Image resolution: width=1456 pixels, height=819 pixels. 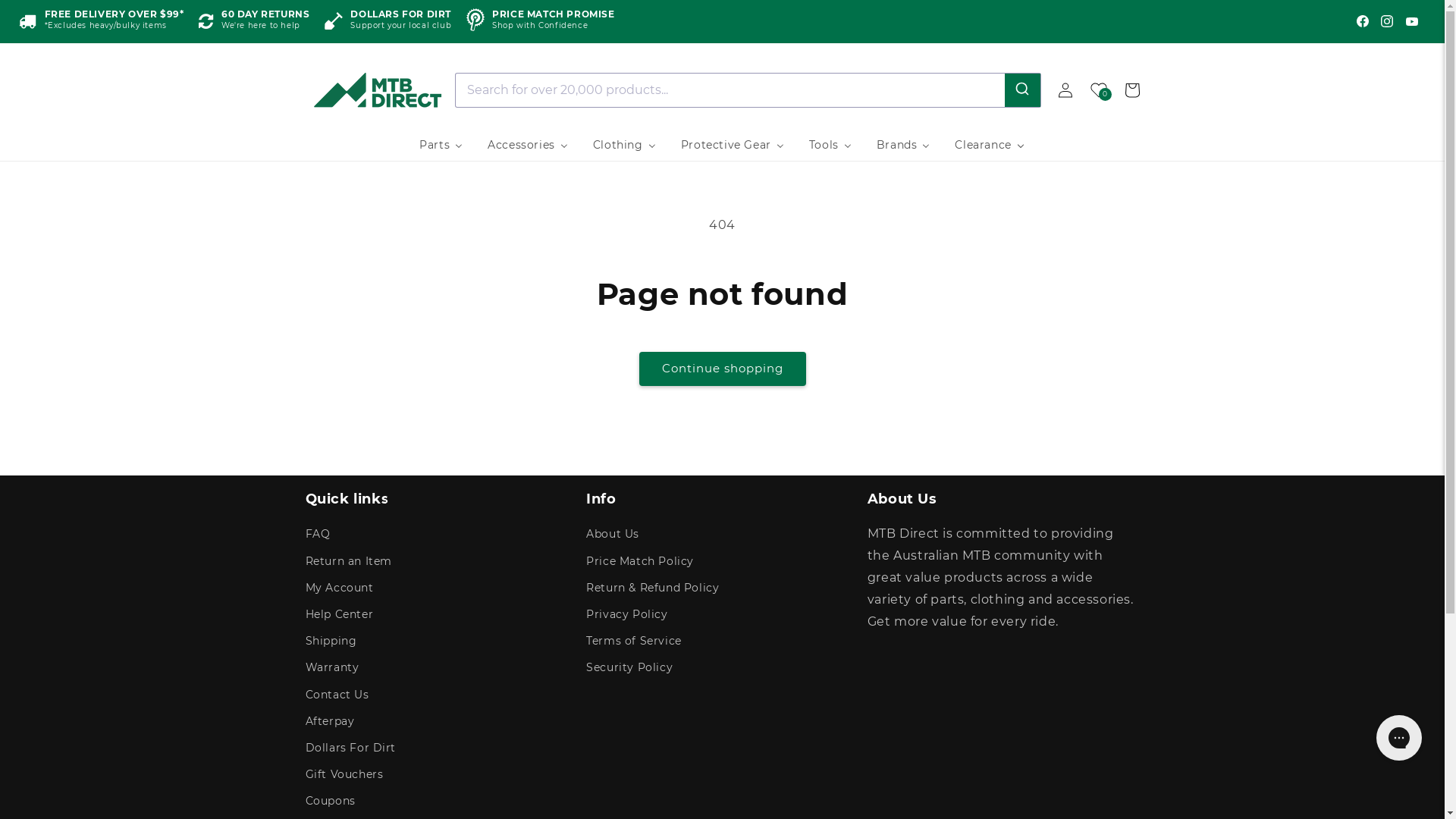 What do you see at coordinates (1098, 89) in the screenshot?
I see `'0'` at bounding box center [1098, 89].